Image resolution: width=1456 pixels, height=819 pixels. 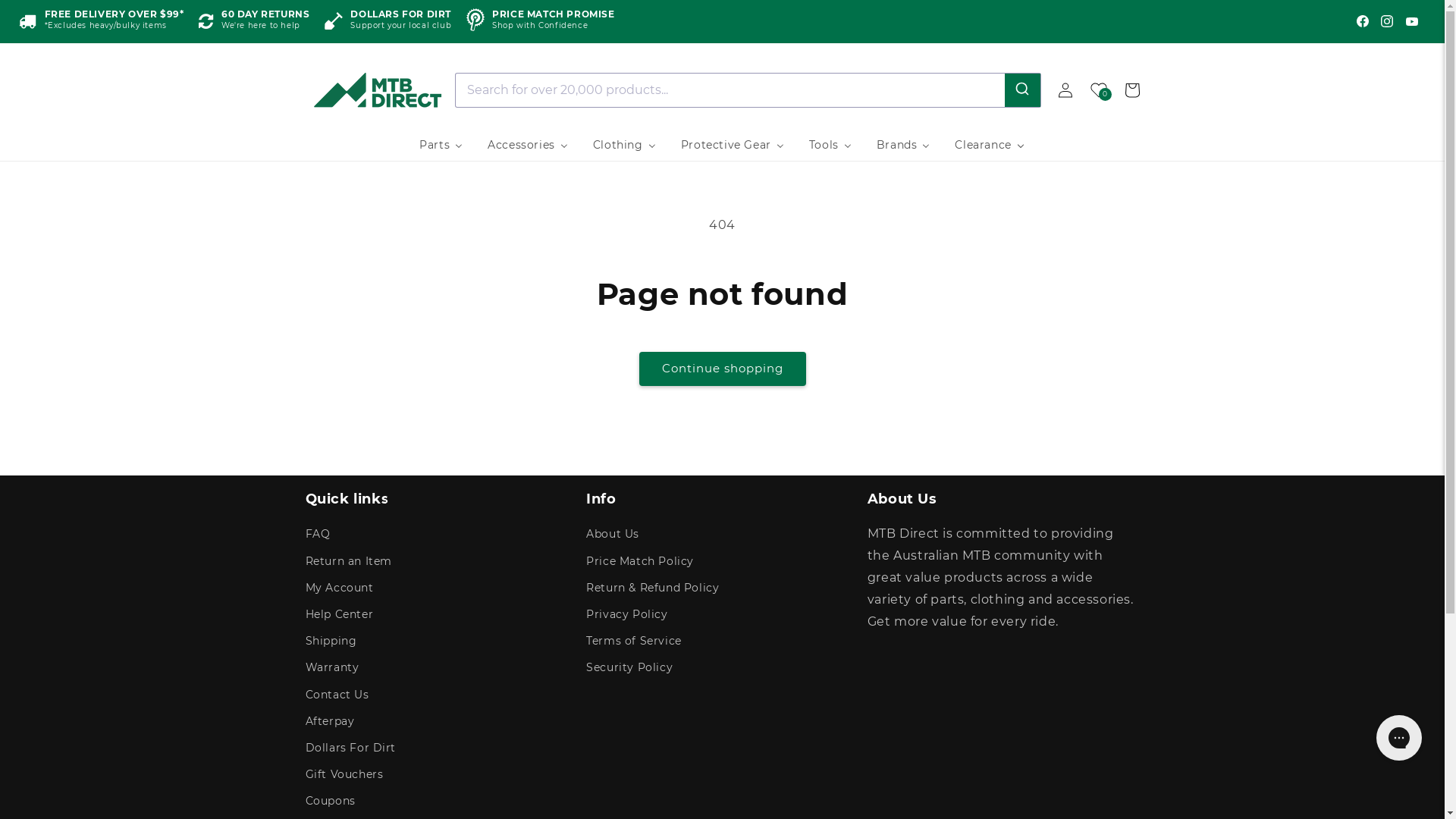 What do you see at coordinates (1098, 89) in the screenshot?
I see `'0'` at bounding box center [1098, 89].